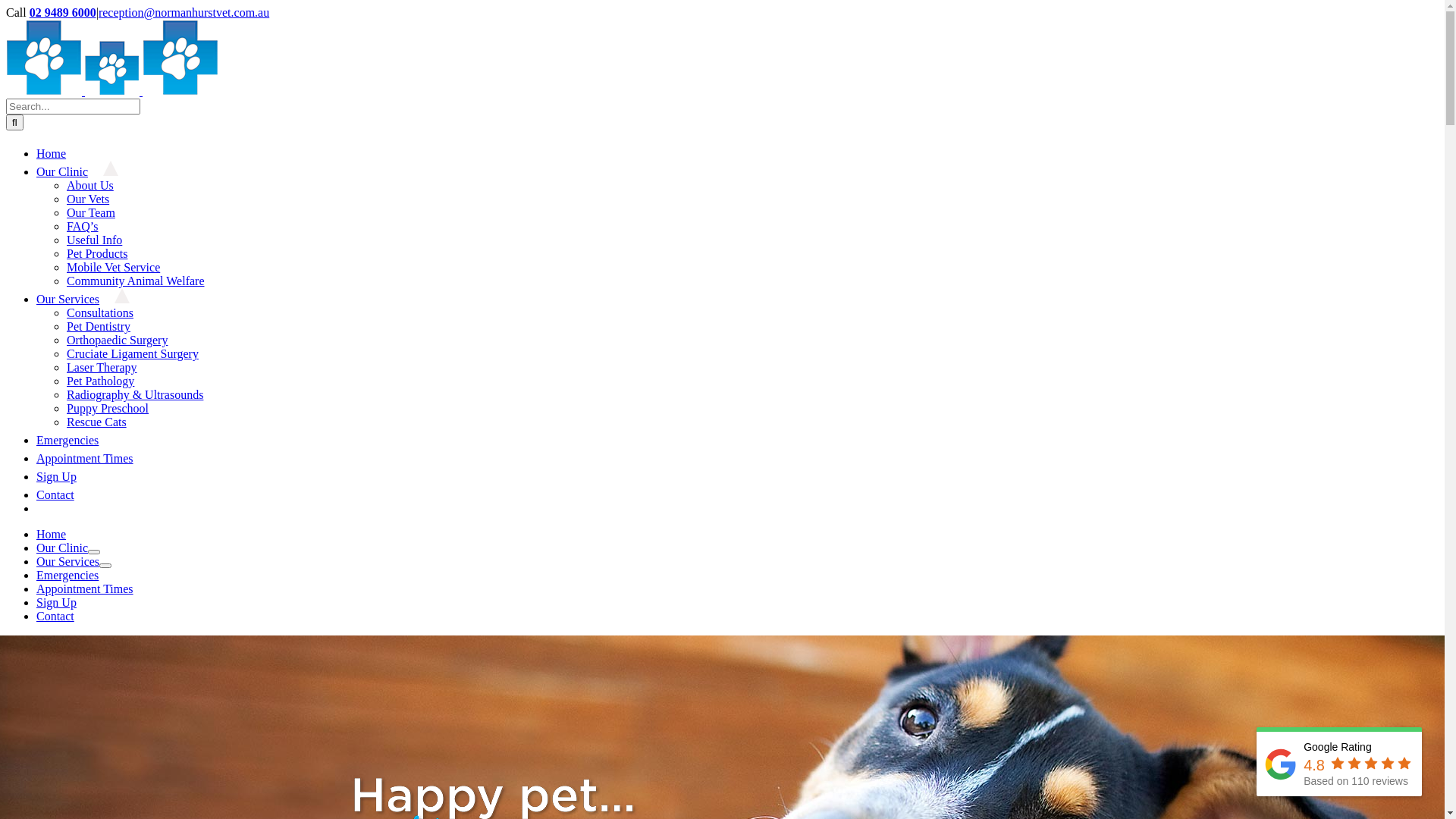 This screenshot has height=819, width=1456. What do you see at coordinates (97, 12) in the screenshot?
I see `'reception@normanhurstvet.com.au'` at bounding box center [97, 12].